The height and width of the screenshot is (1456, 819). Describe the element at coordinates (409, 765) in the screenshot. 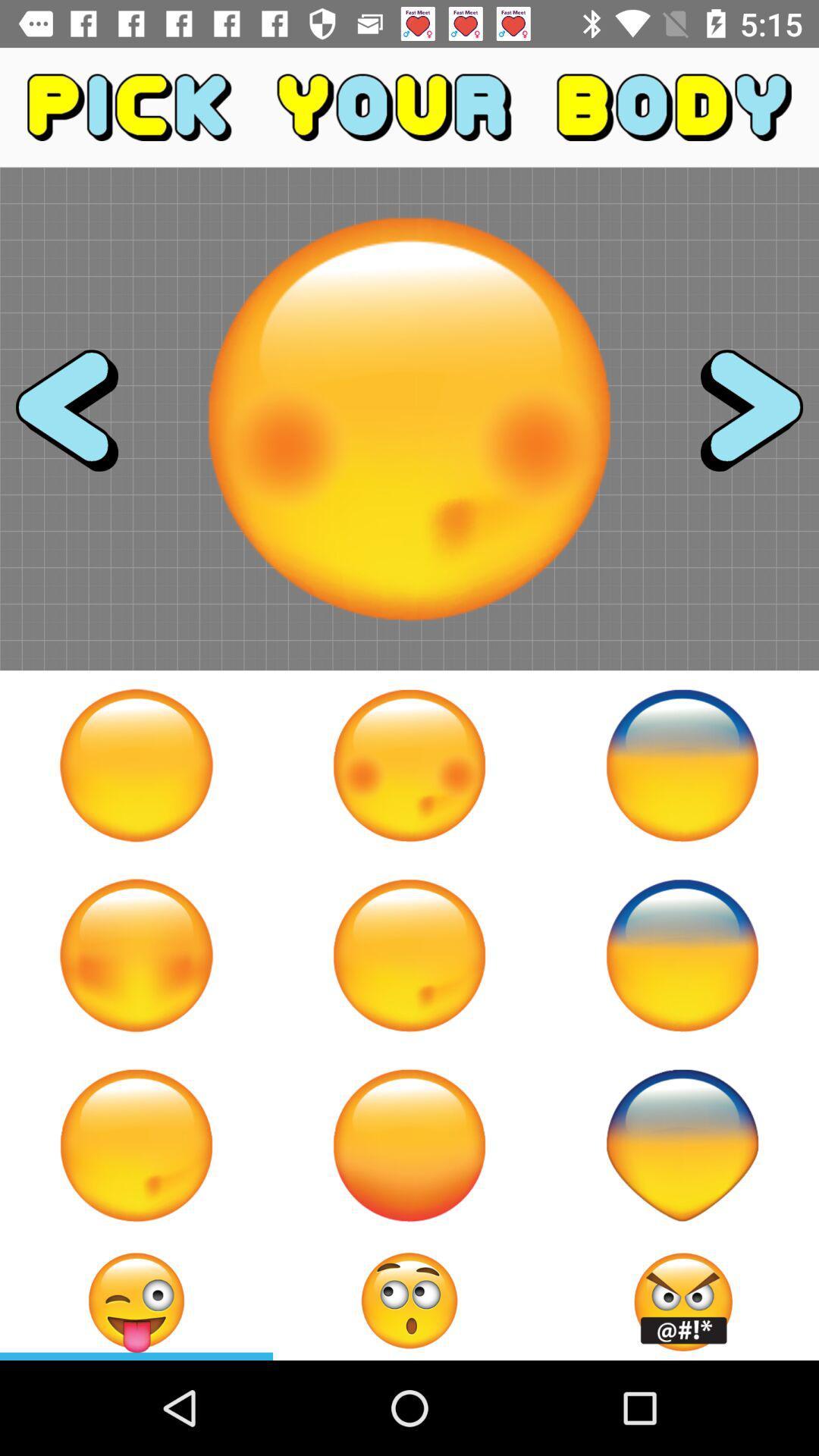

I see `emoji button` at that location.